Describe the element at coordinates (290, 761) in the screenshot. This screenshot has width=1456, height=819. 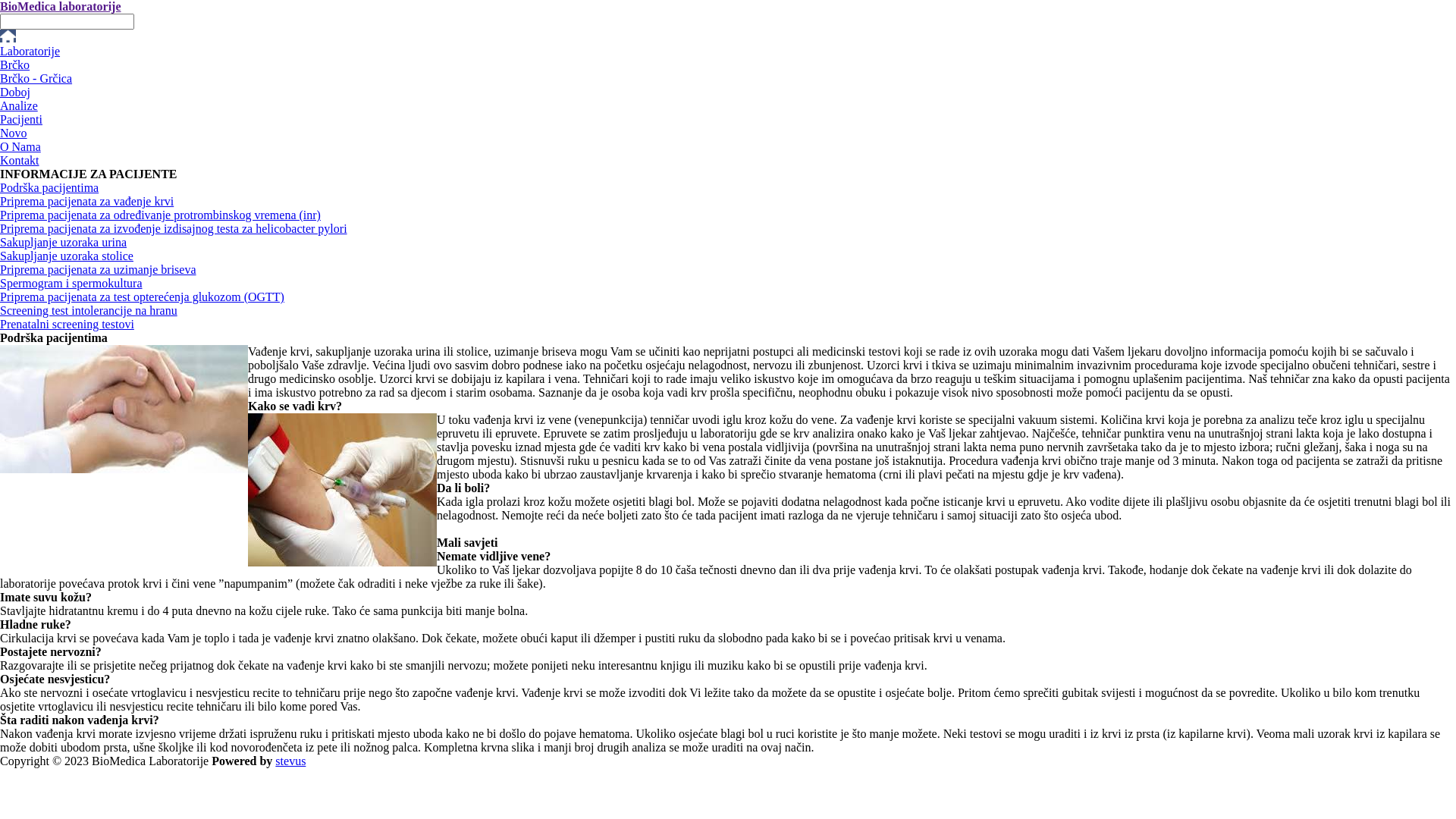
I see `'stevus'` at that location.